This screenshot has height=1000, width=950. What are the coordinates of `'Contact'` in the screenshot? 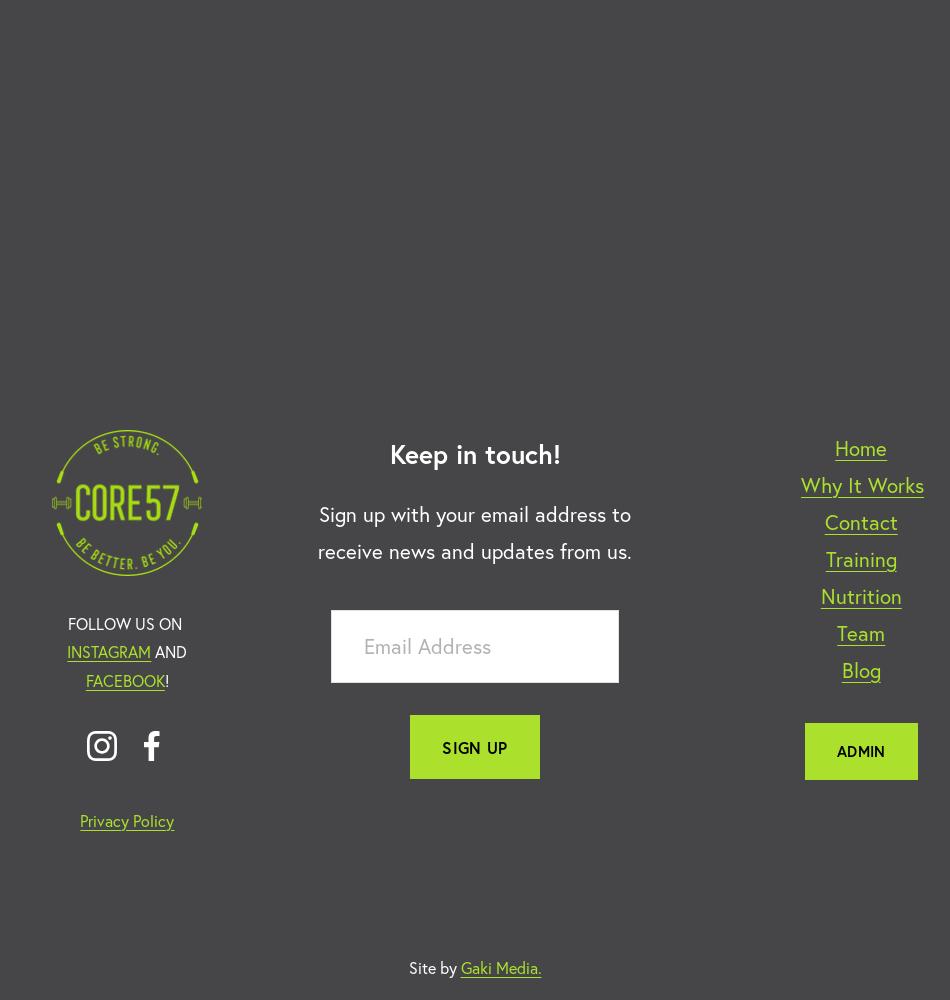 It's located at (859, 521).